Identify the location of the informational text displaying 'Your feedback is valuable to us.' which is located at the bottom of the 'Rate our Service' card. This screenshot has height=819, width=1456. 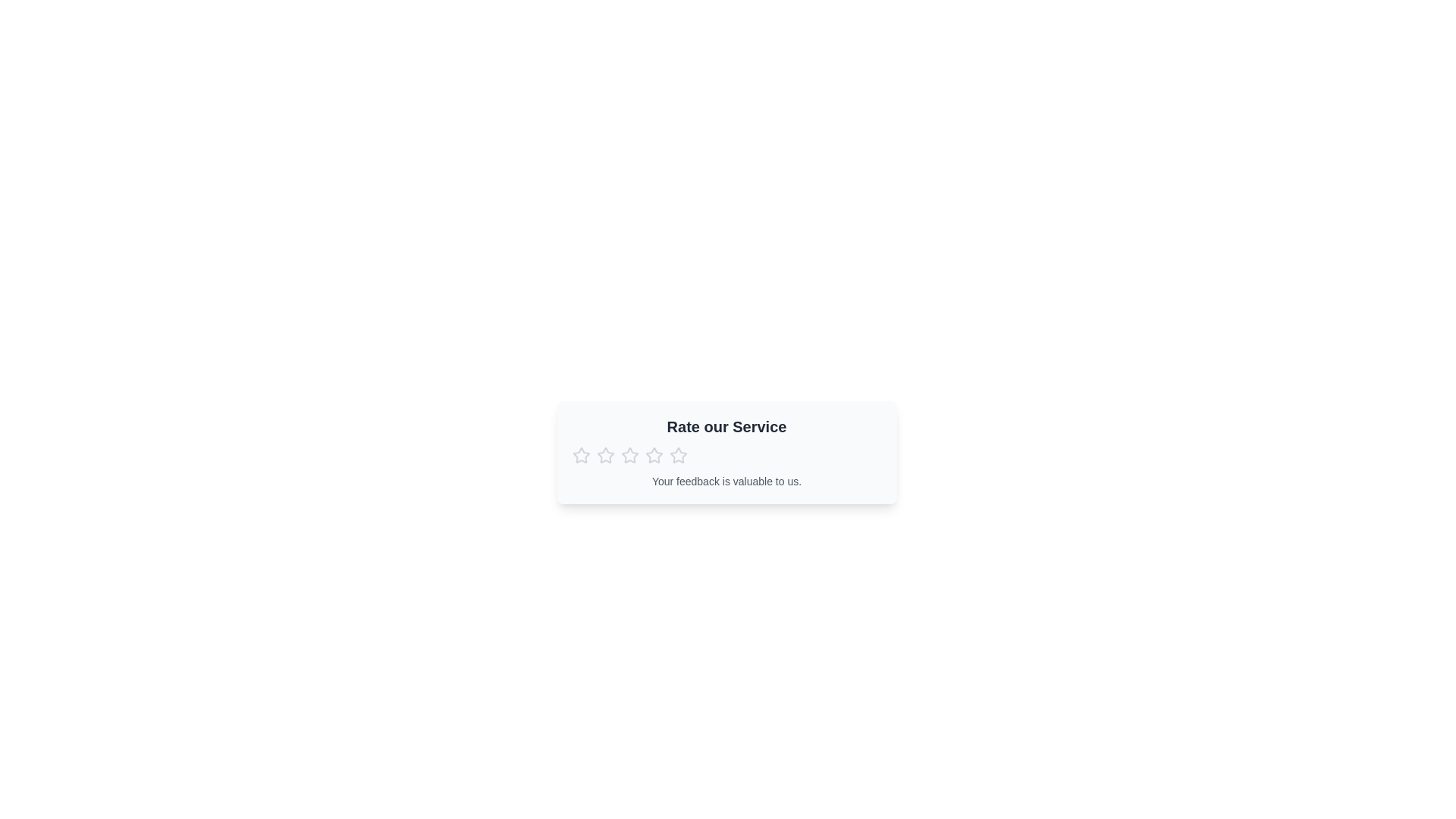
(726, 482).